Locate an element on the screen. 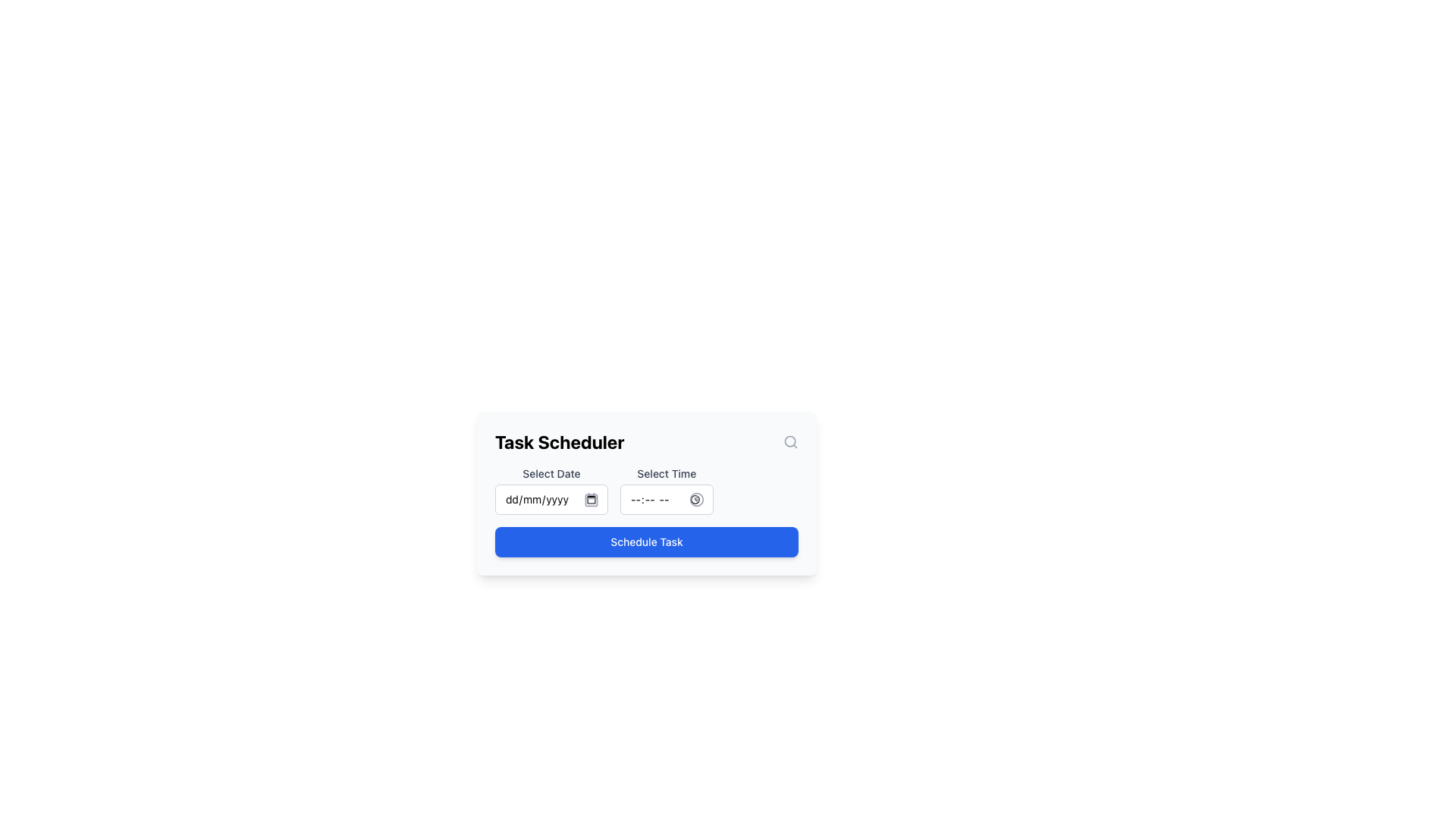  the minimalist clock icon located to the right of the time selection input box is located at coordinates (695, 500).